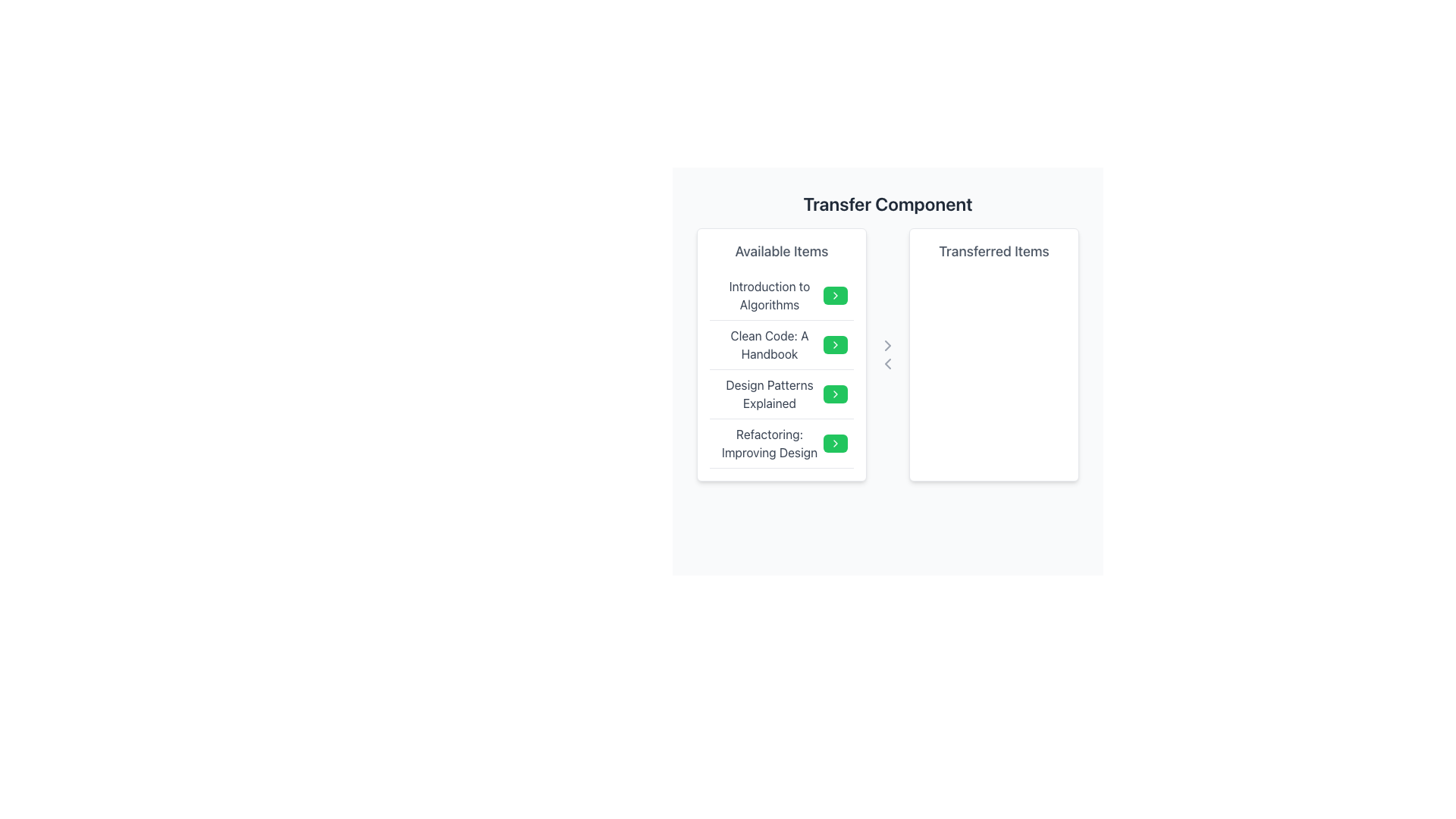  What do you see at coordinates (835, 345) in the screenshot?
I see `the icon-based button next to the 'Clean Code: A Handbook' item in the 'Available Items' column` at bounding box center [835, 345].